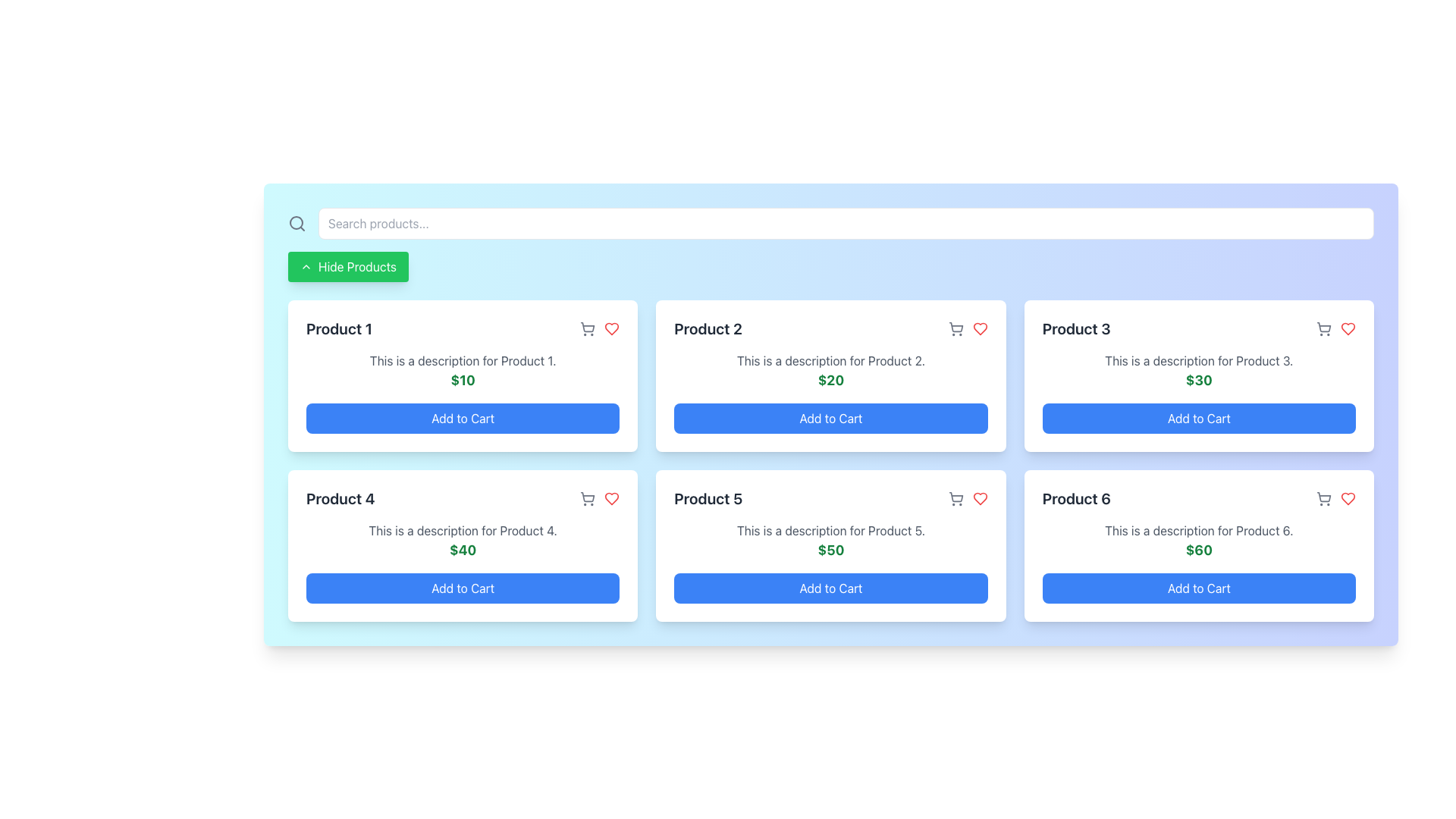 The height and width of the screenshot is (819, 1456). Describe the element at coordinates (340, 499) in the screenshot. I see `text from the bold, large dark gray text label displaying 'Product 4', located in the second row and first column of the grid layout` at that location.